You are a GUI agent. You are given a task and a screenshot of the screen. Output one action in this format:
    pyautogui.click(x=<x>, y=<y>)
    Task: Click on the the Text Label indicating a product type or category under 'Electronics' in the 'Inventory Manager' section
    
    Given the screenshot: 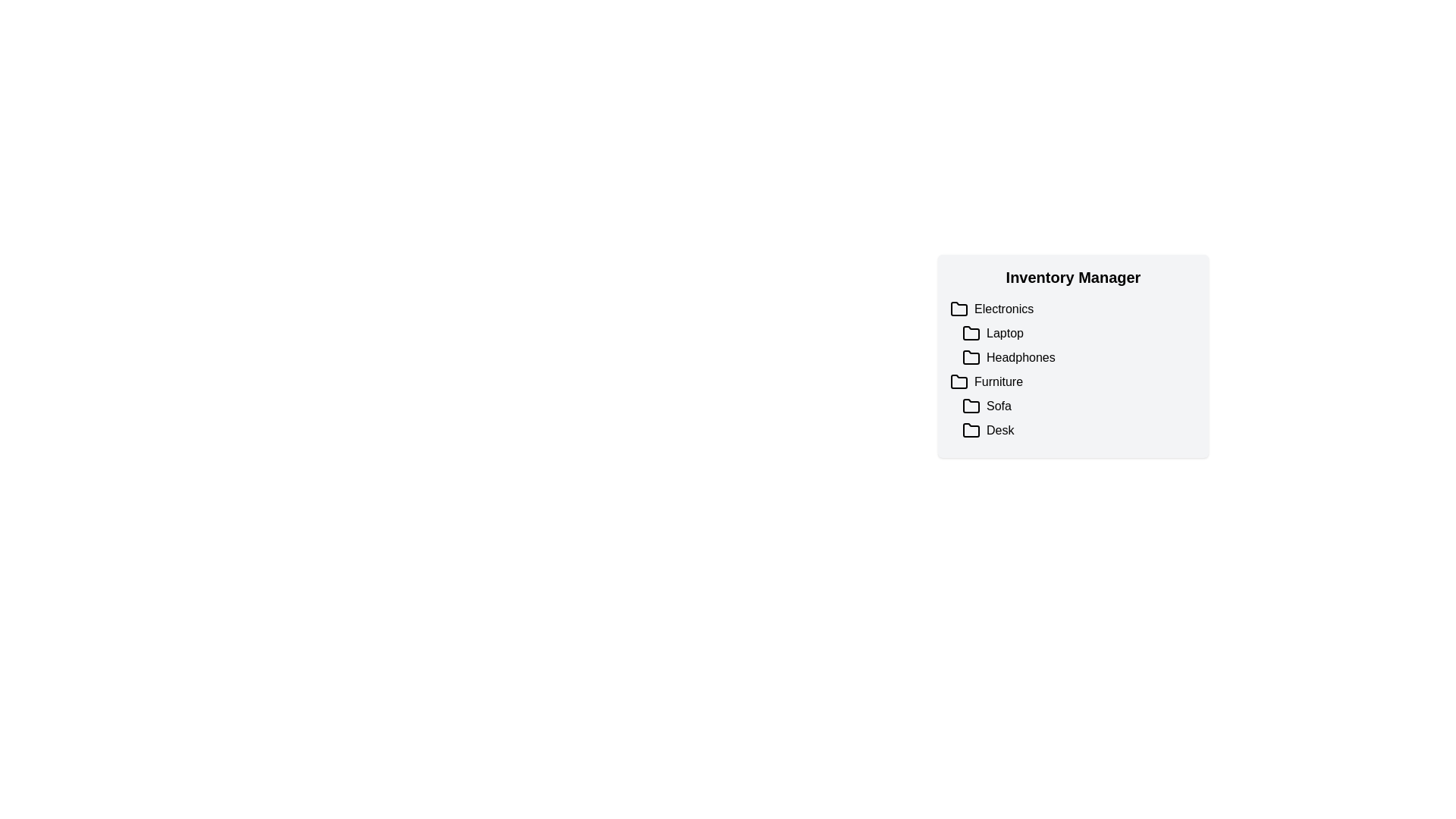 What is the action you would take?
    pyautogui.click(x=1005, y=332)
    